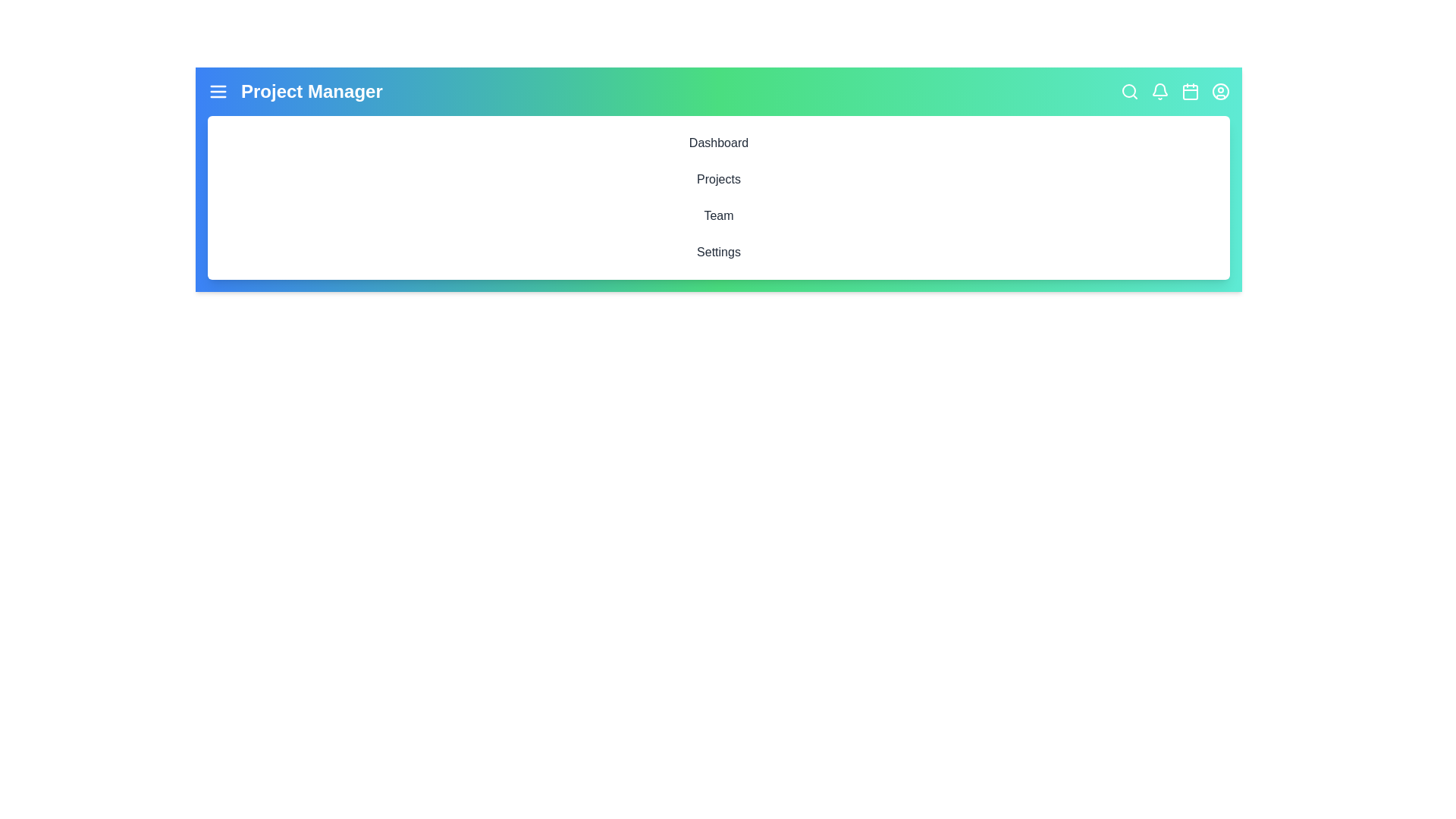 The width and height of the screenshot is (1456, 819). What do you see at coordinates (311, 91) in the screenshot?
I see `the text element Project Manager in the AppBar` at bounding box center [311, 91].